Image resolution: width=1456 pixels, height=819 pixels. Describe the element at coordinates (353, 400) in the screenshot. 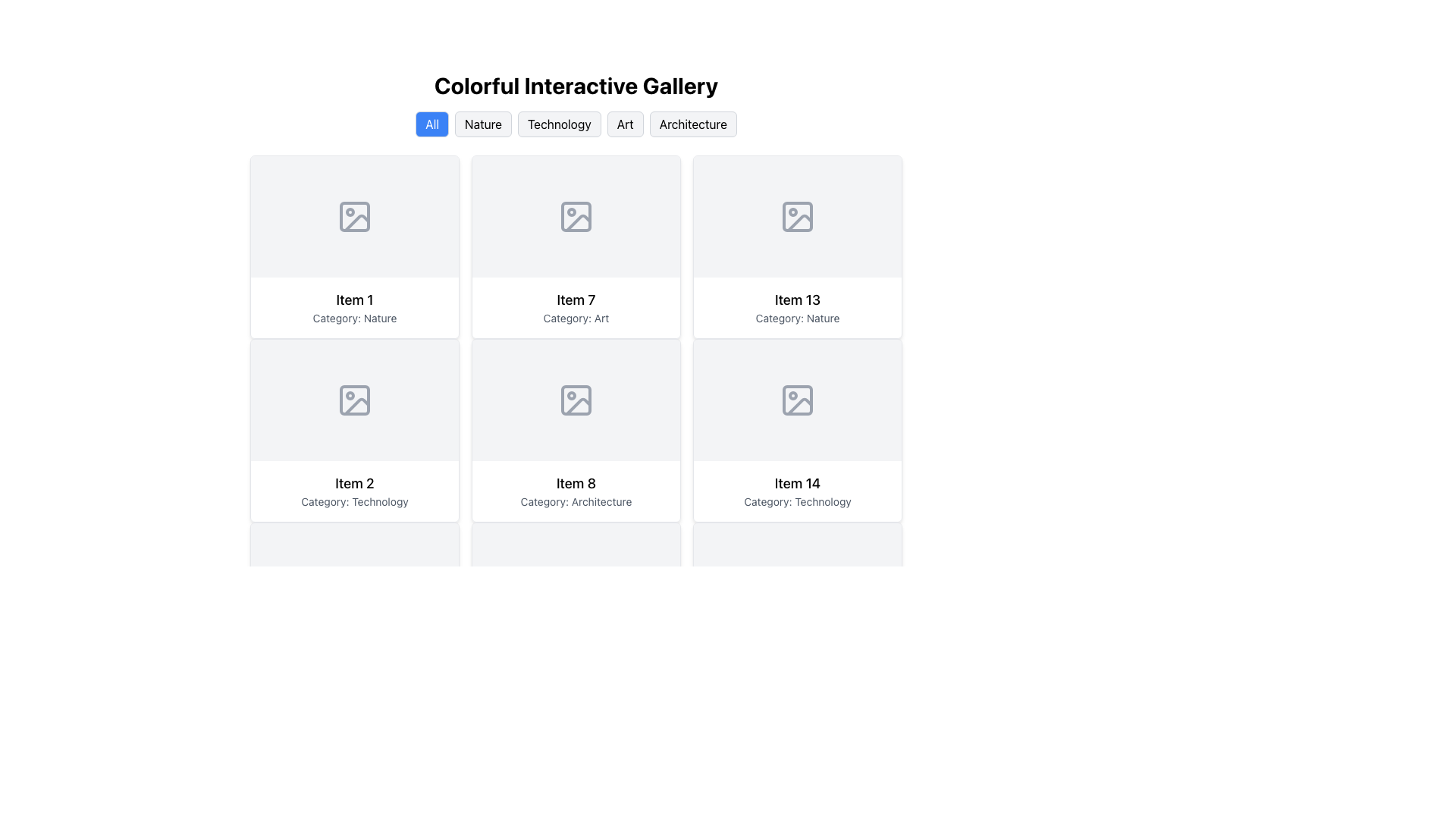

I see `the decorative part of the icon representing an image placeholder located in 'Item 2' of the grid layout, positioned near the top-left corner` at that location.